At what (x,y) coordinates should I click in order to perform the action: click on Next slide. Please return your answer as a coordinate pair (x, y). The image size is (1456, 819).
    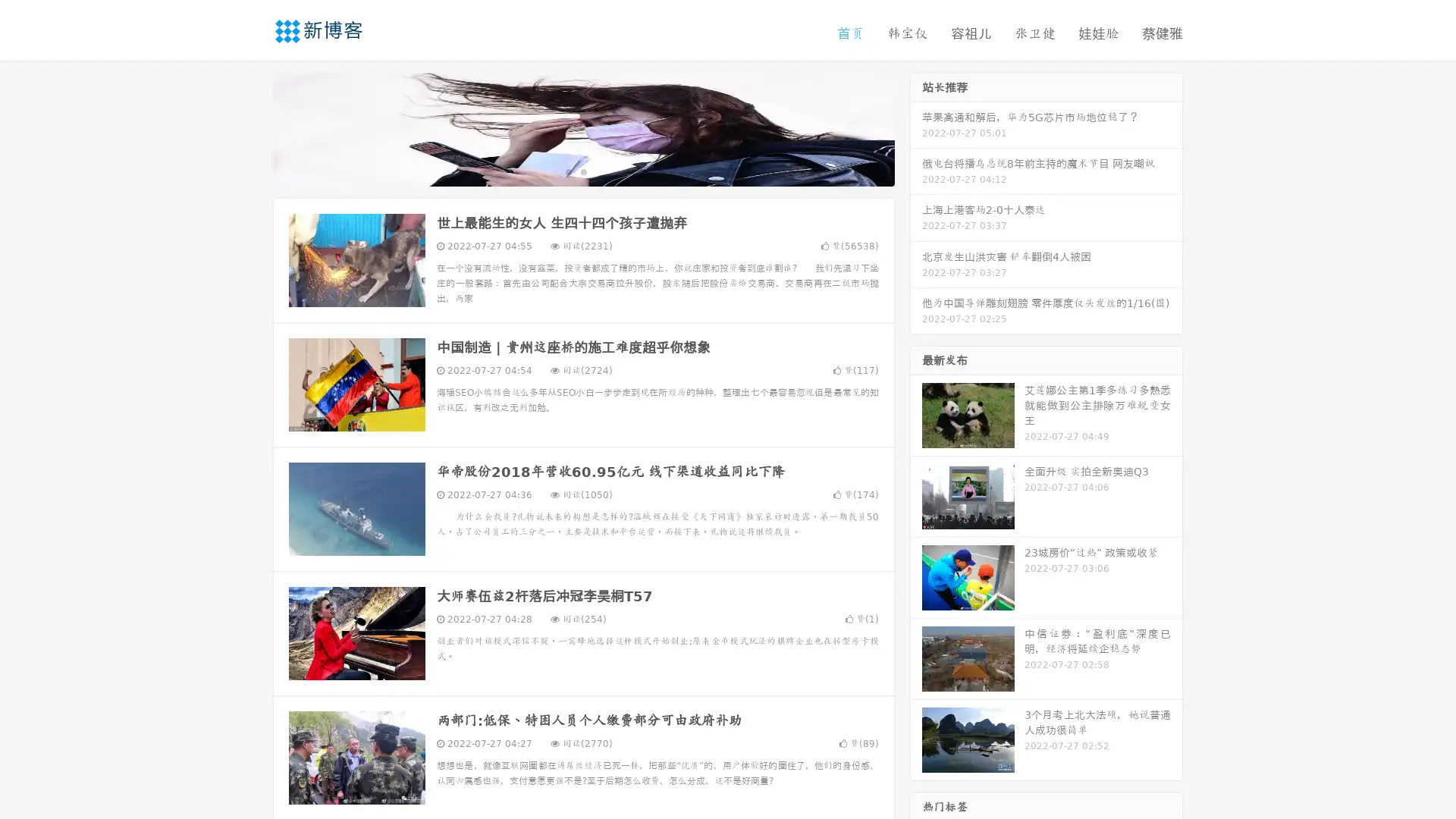
    Looking at the image, I should click on (916, 127).